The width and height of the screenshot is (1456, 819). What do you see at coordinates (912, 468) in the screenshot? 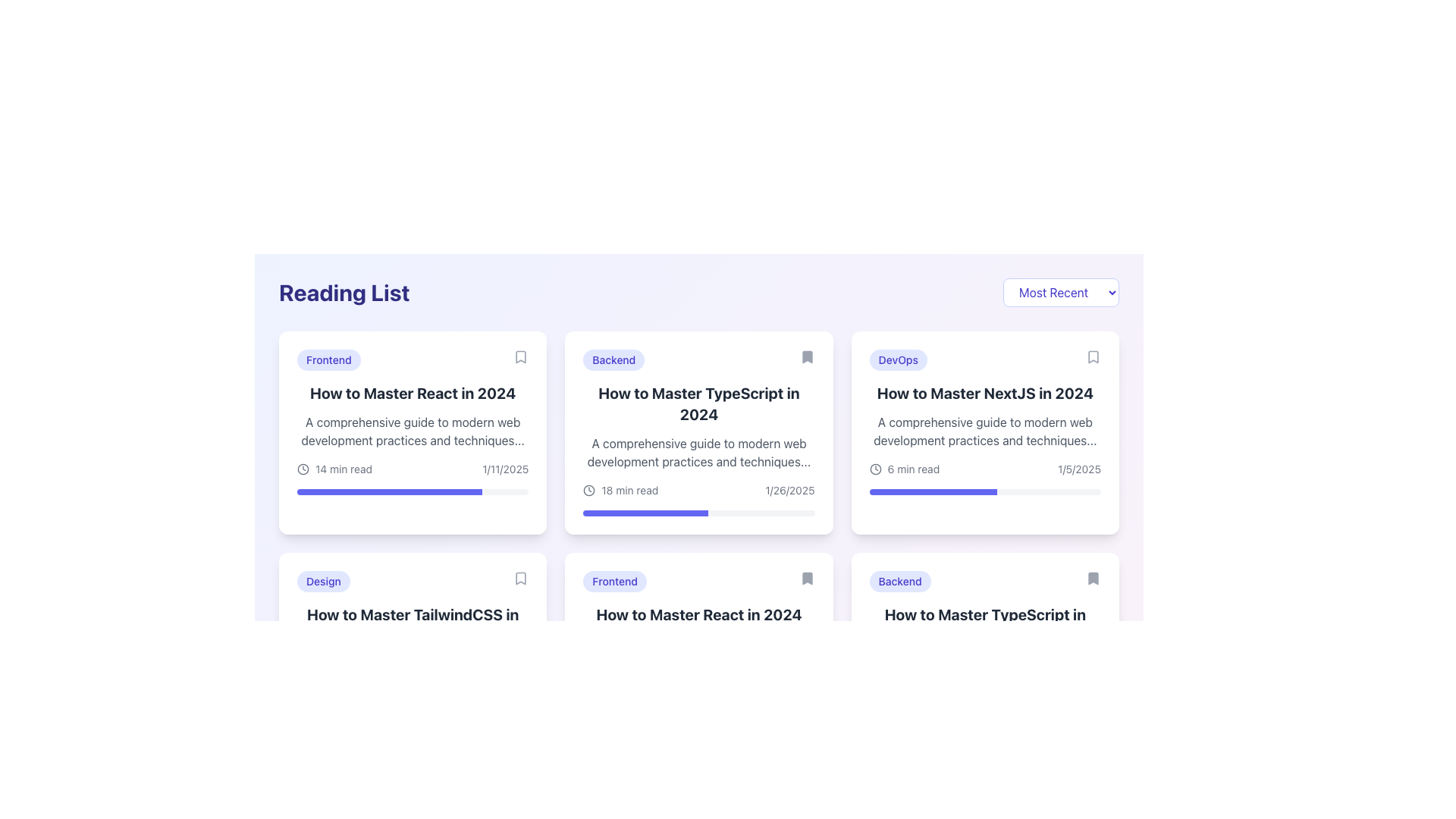
I see `the text label displaying '6 min read' which provides reading time metadata, located in the top-right section of the card titled 'How to Master NextJS in 2024.'` at bounding box center [912, 468].